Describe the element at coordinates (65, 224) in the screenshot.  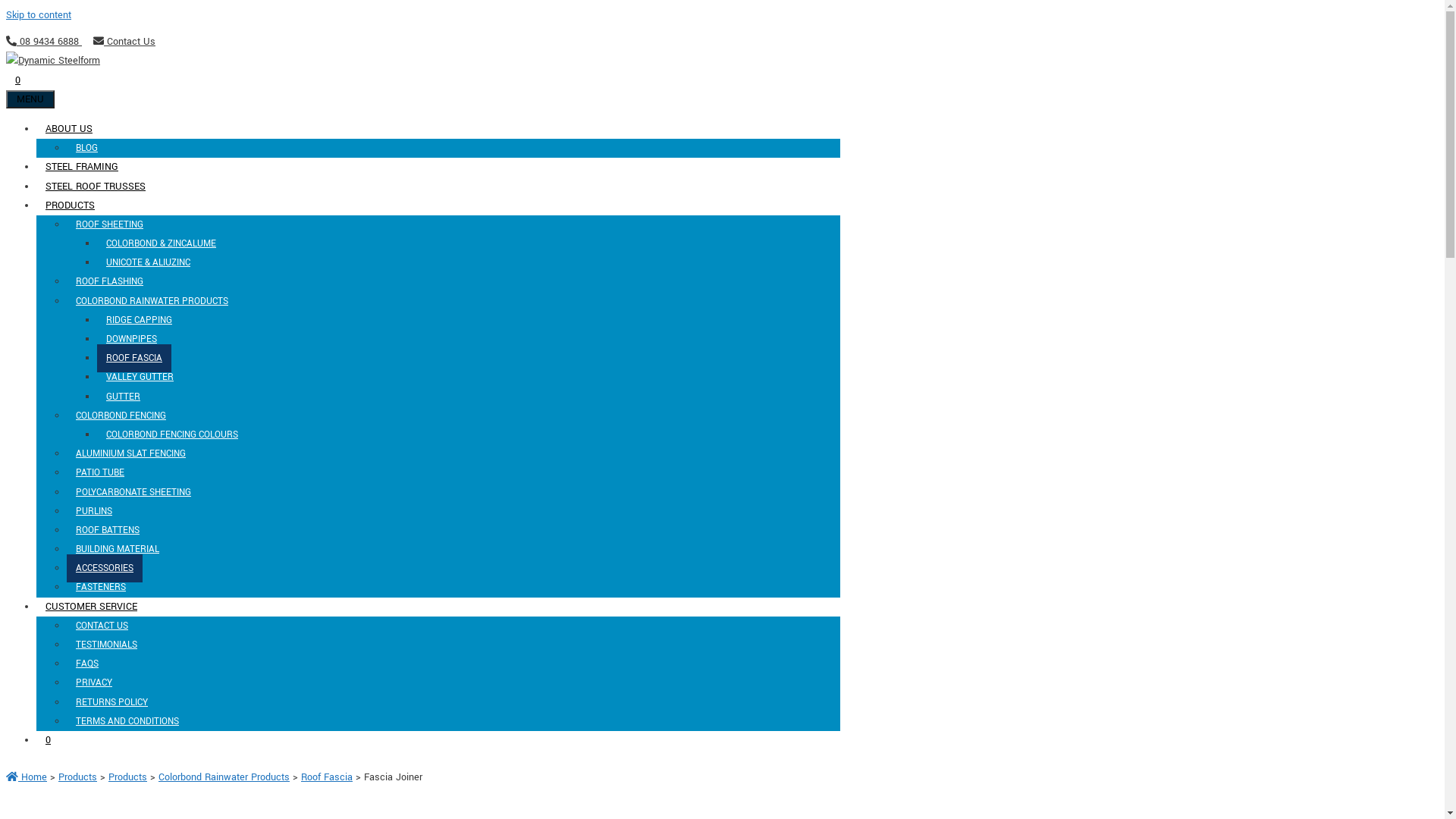
I see `'ROOF SHEETING'` at that location.